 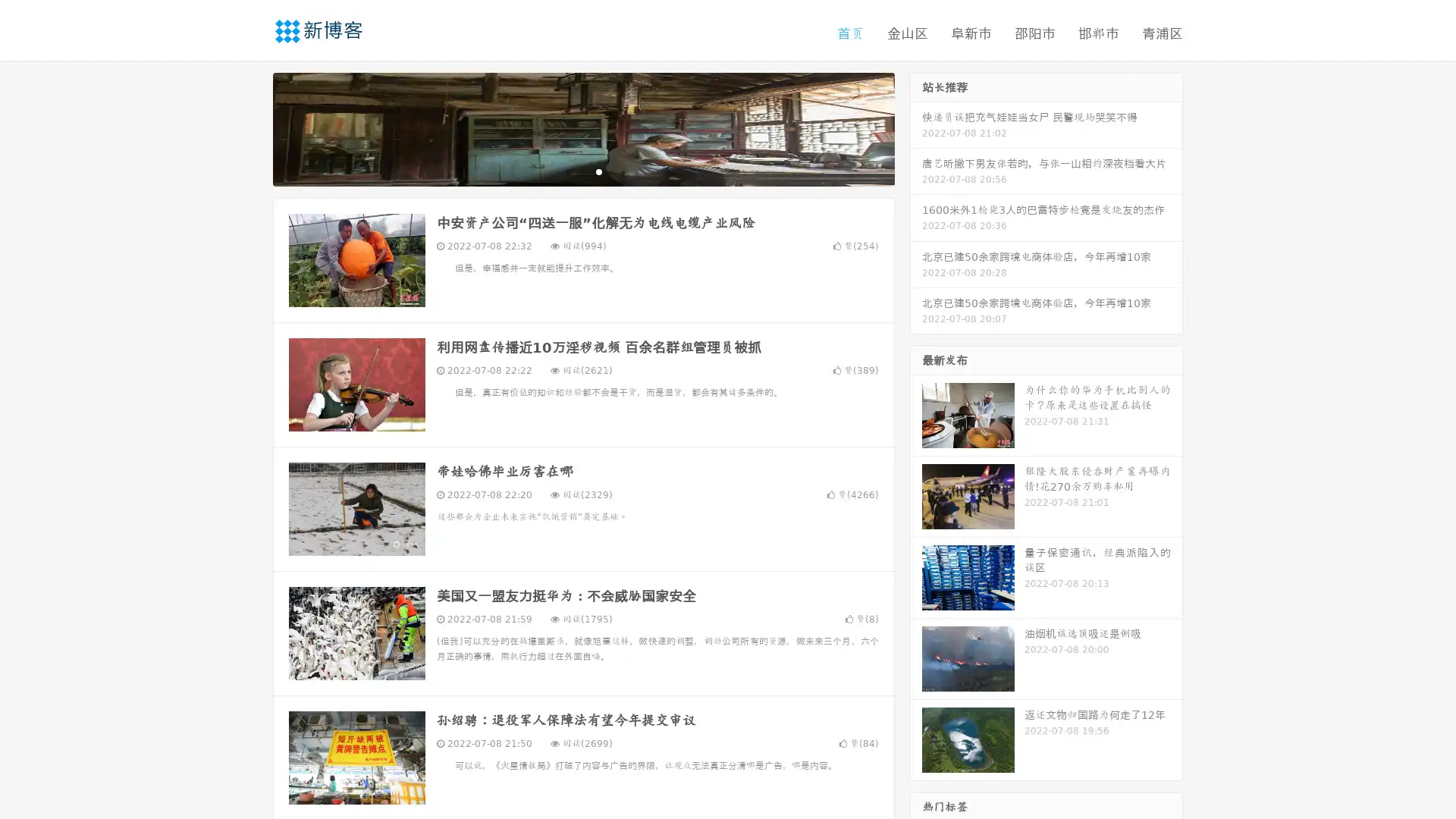 I want to click on Next slide, so click(x=916, y=127).